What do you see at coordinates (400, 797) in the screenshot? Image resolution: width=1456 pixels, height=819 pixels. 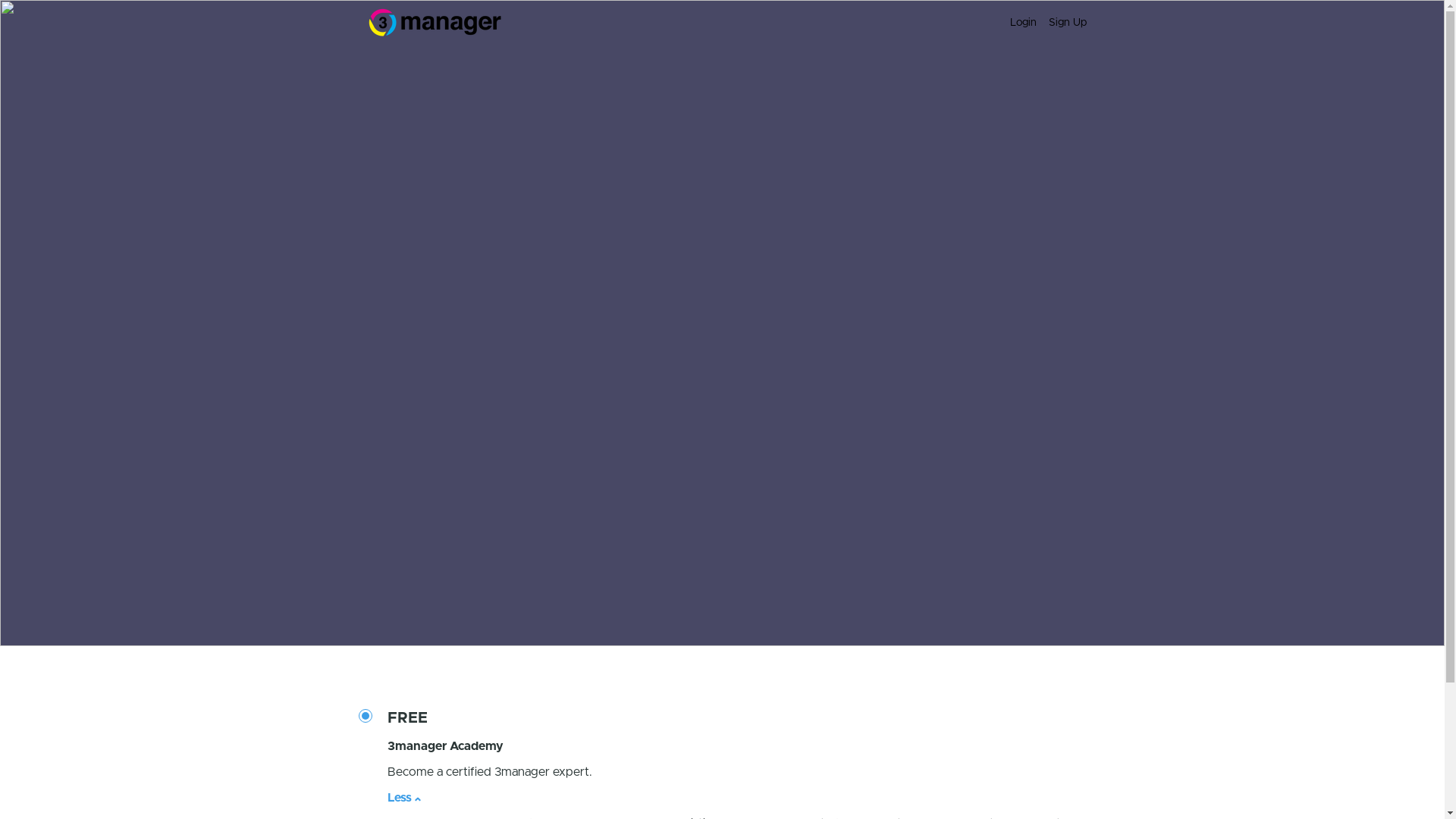 I see `'Less'` at bounding box center [400, 797].